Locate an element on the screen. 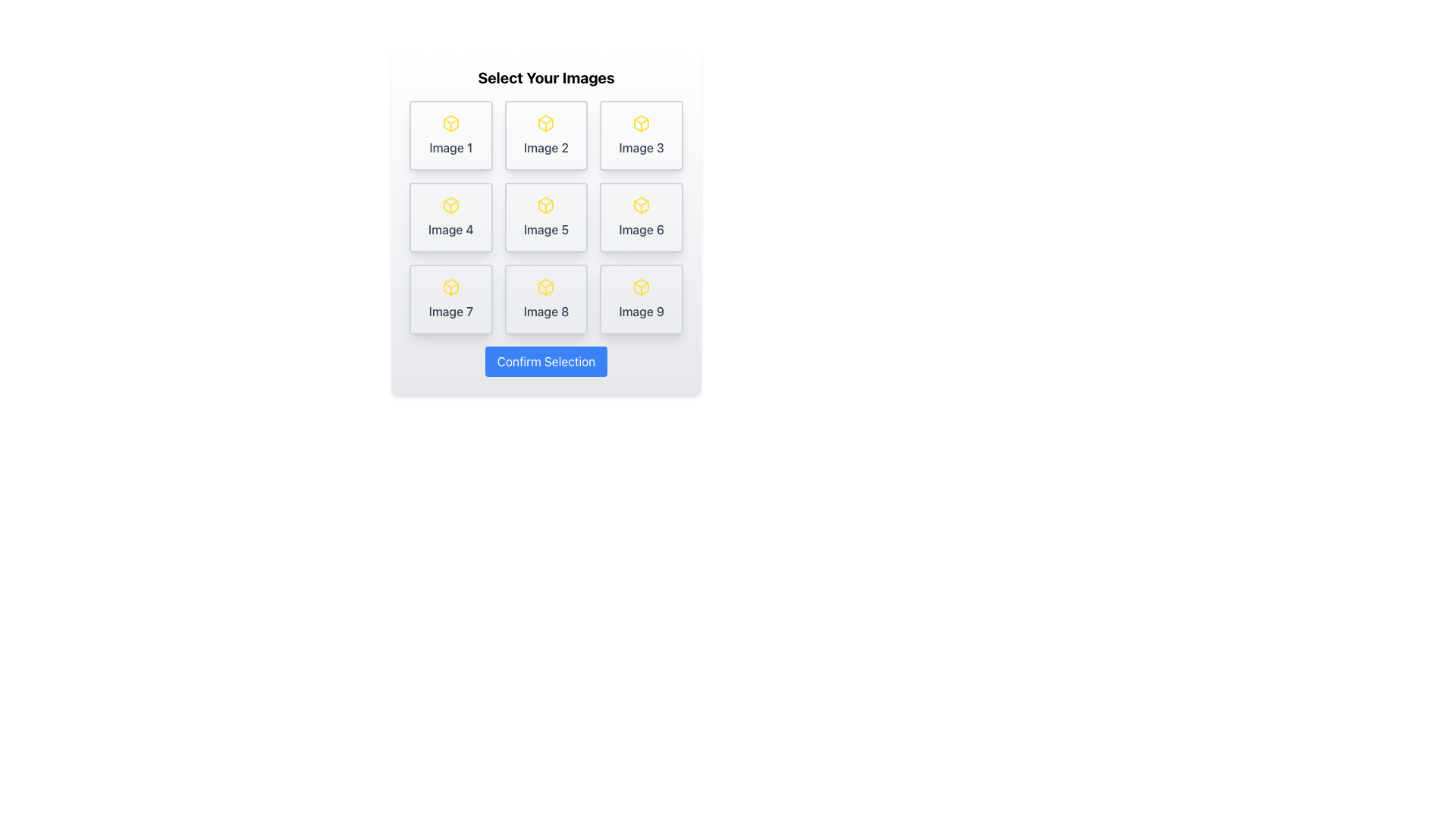  the small, yellow-colored triangular shape that is part of the icon resembling a box, located centrally in the middle section of the icon is located at coordinates (546, 285).